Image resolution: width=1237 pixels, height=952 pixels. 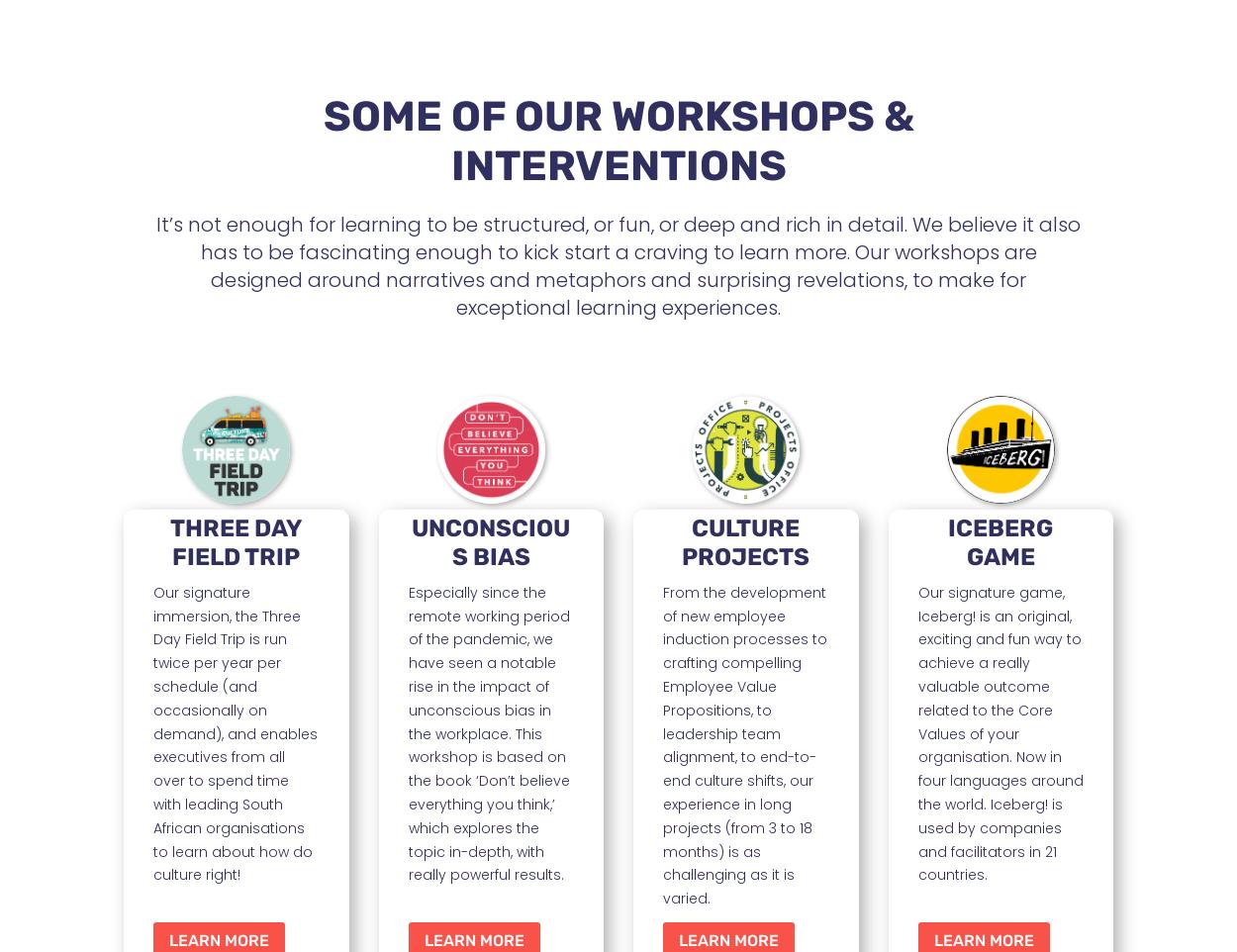 I want to click on 'Our signature game, Iceberg! is an original, exciting and fun way to achieve a really valuable outcome related to the Core Values of your organisation. Now in four languages around the world. Iceberg! is used by companies and facilitators in 21 countries.', so click(x=999, y=733).